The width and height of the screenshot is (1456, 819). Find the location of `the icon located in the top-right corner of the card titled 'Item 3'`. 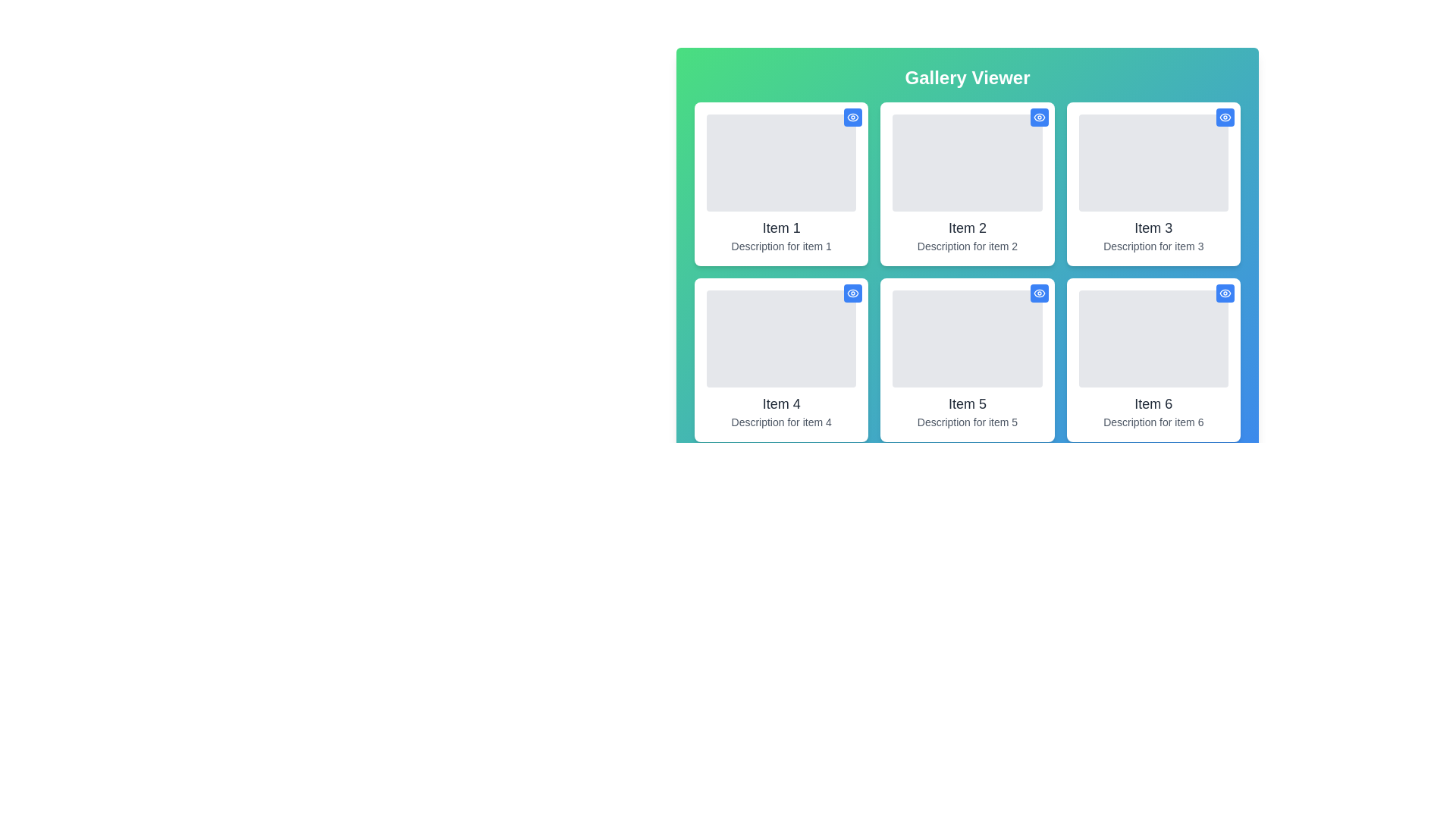

the icon located in the top-right corner of the card titled 'Item 3' is located at coordinates (1225, 116).